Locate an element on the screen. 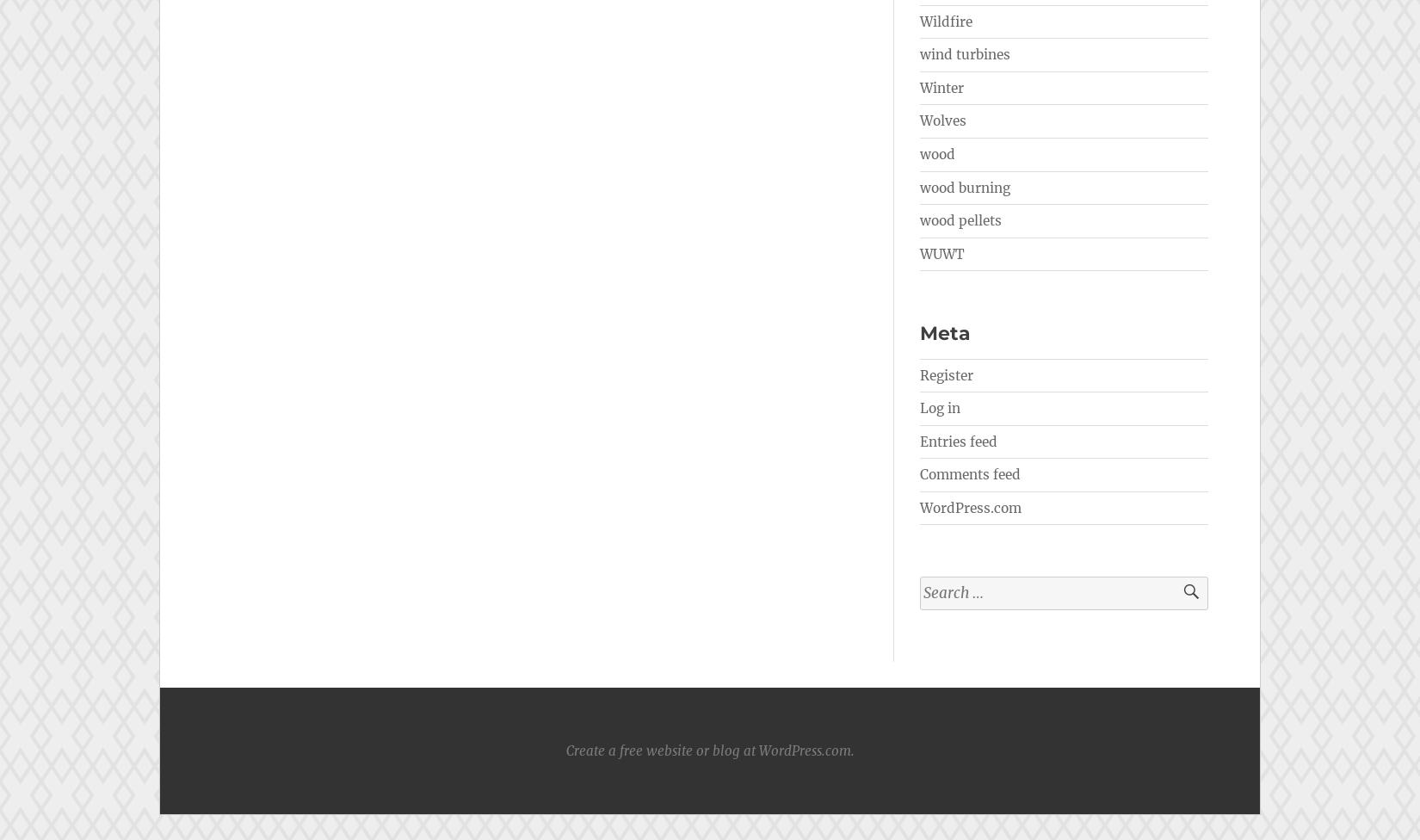 The width and height of the screenshot is (1420, 840). 'wood burning' is located at coordinates (965, 186).